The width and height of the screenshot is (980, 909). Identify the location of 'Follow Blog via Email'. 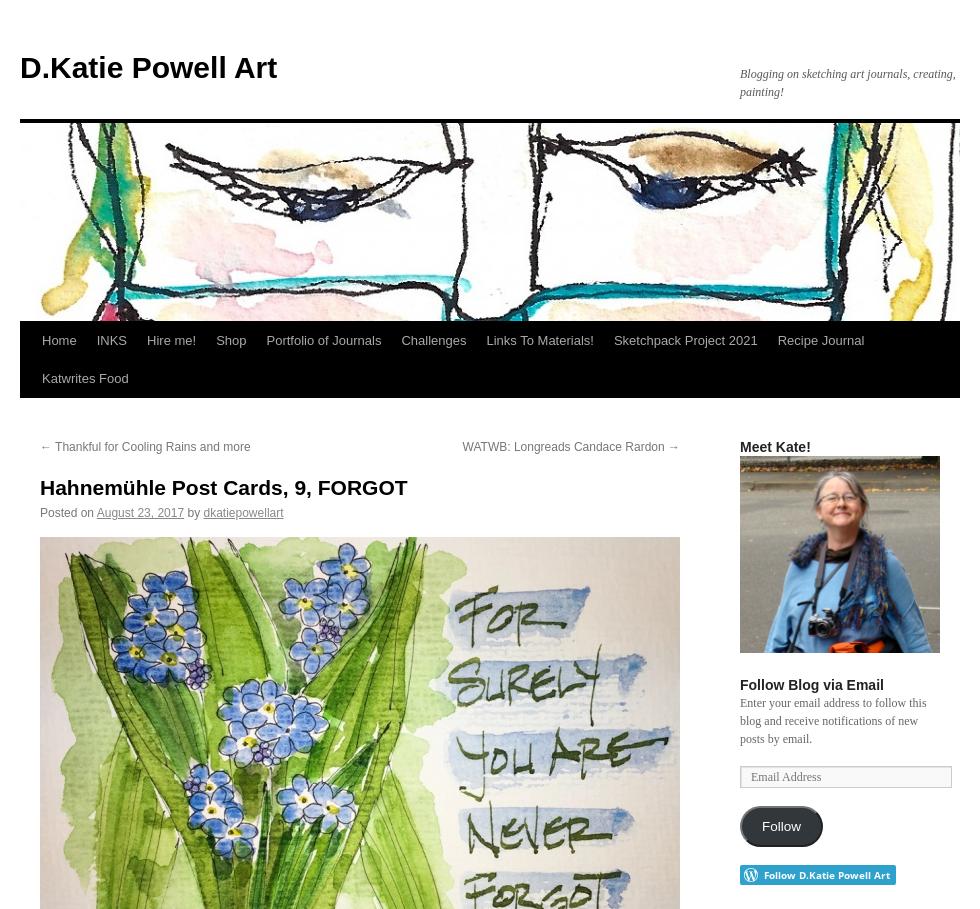
(811, 684).